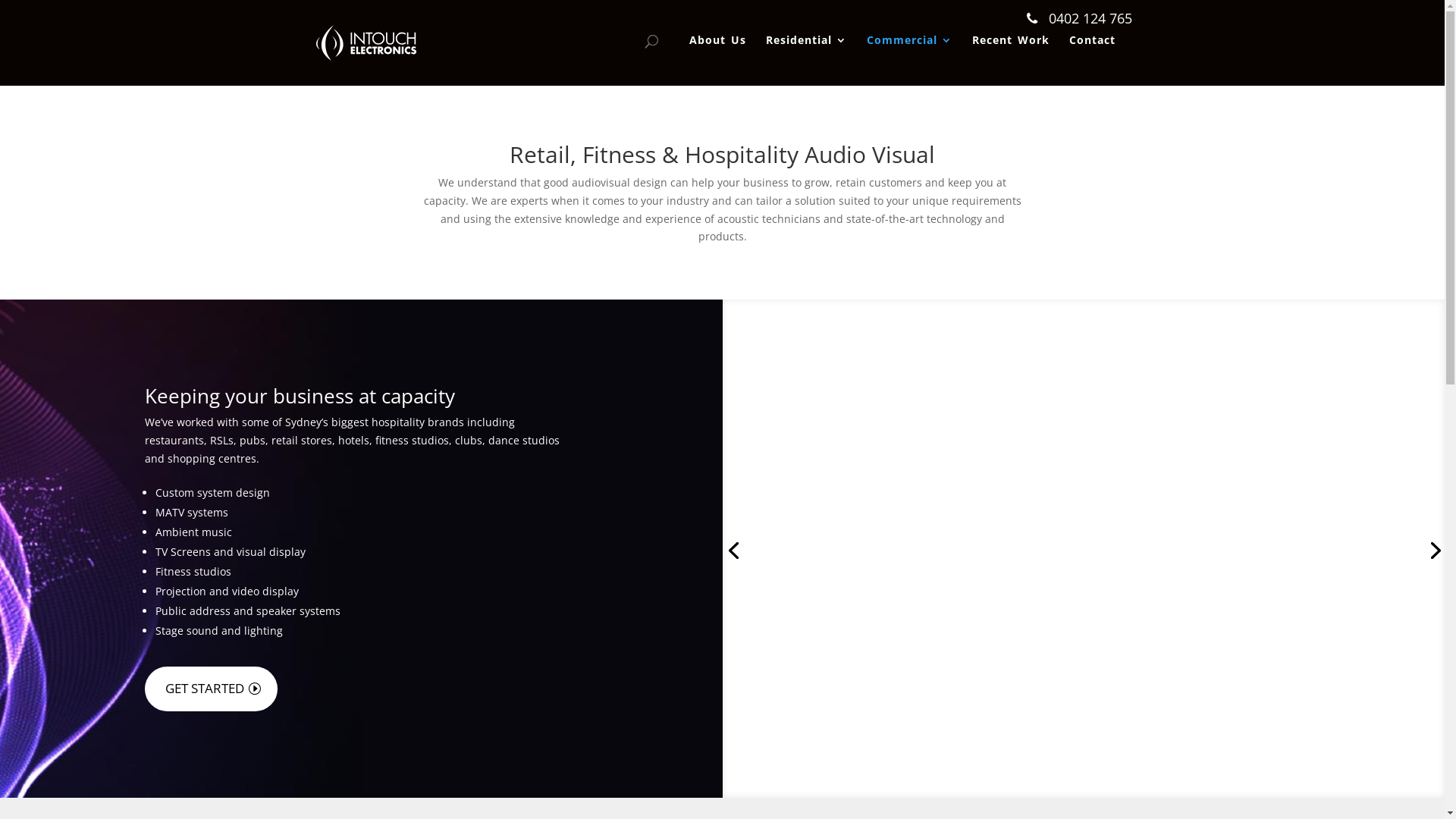 Image resolution: width=1456 pixels, height=819 pixels. I want to click on '0402 124 765', so click(1026, 18).